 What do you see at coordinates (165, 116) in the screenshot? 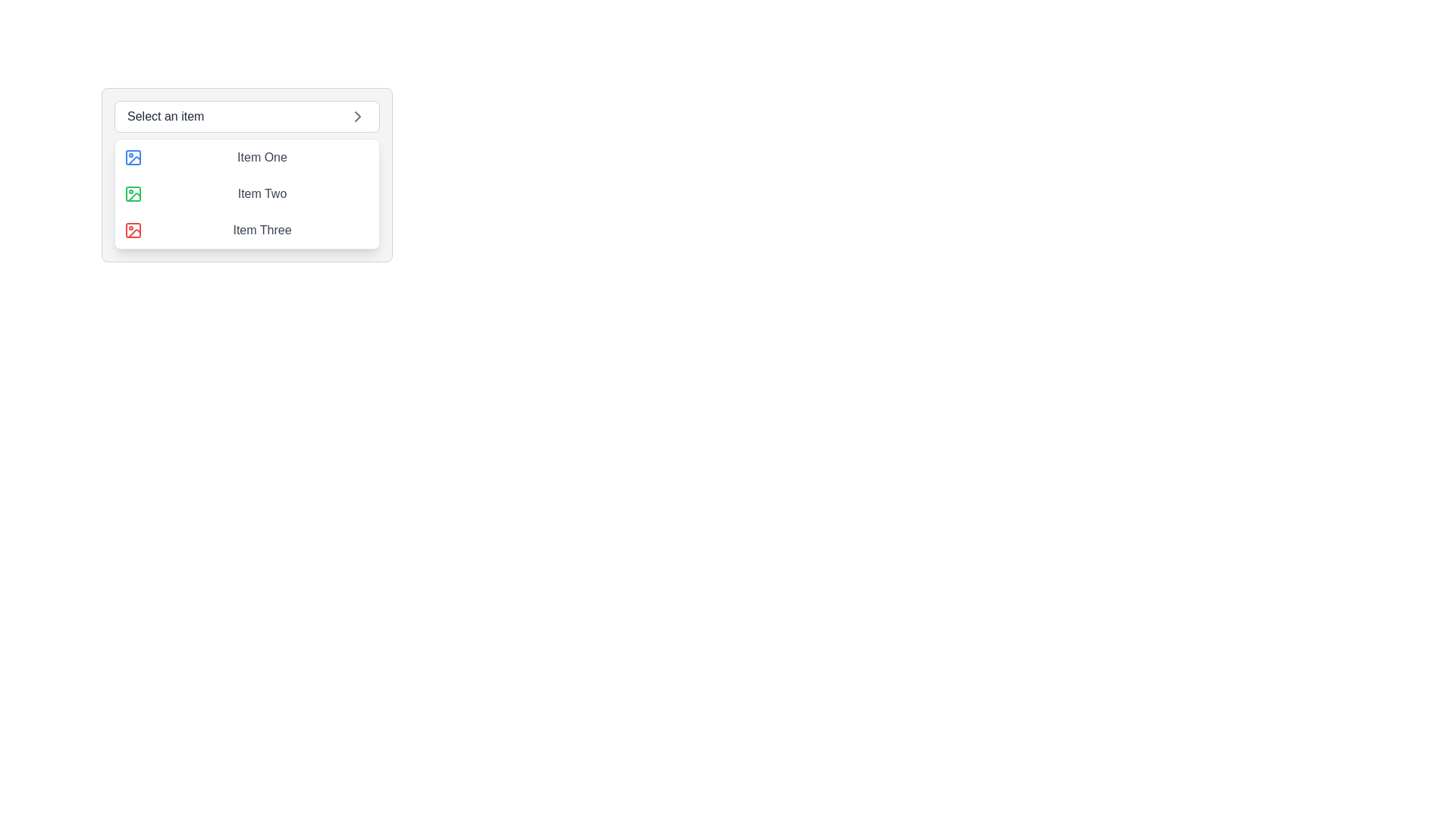
I see `the leftmost text label in the dropdown menu, which guides the user to make a selection` at bounding box center [165, 116].